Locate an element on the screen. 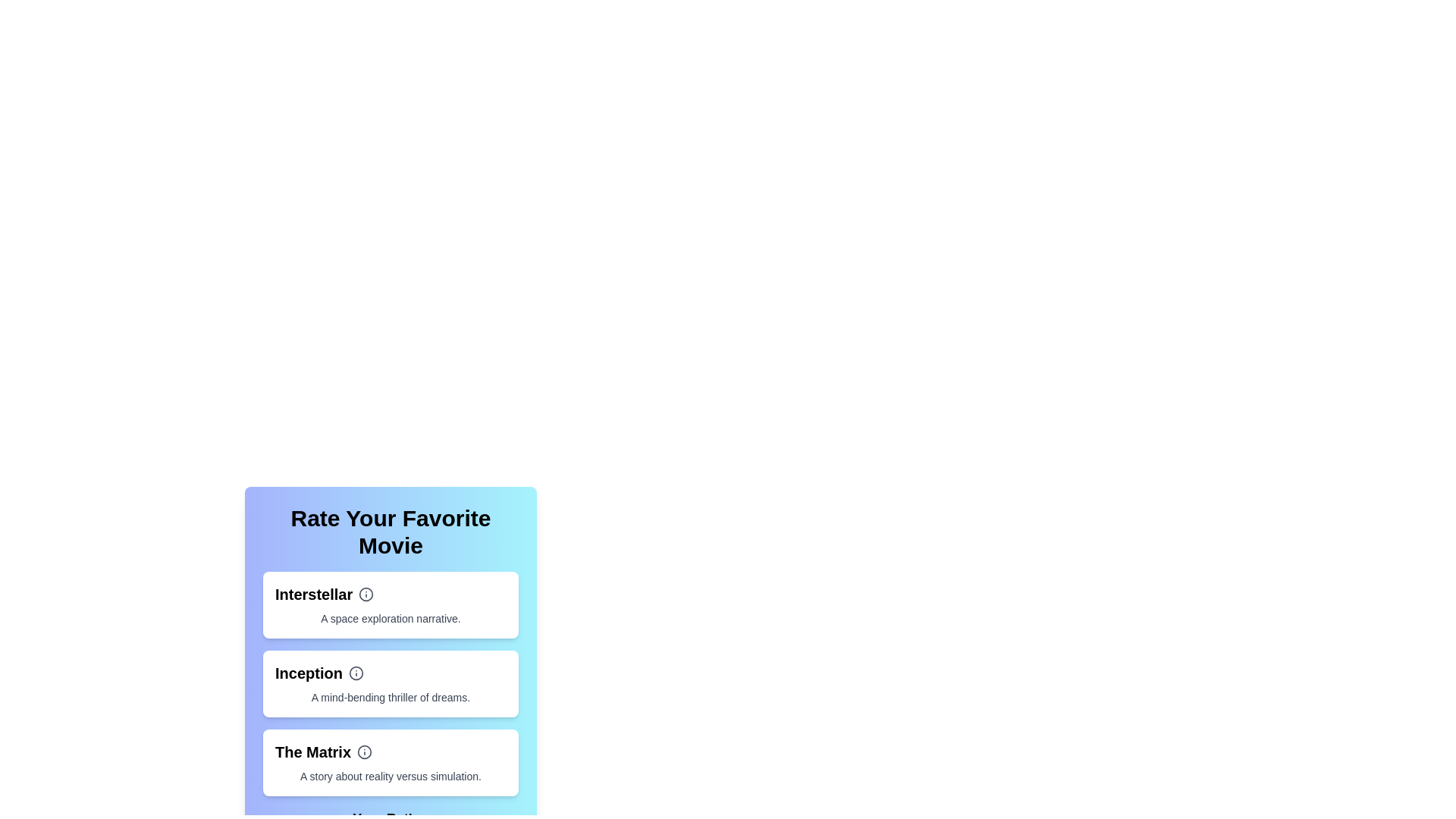 The image size is (1456, 819). the Interactive Icon adjacent to the text 'Inception' in the list of movie options is located at coordinates (355, 672).